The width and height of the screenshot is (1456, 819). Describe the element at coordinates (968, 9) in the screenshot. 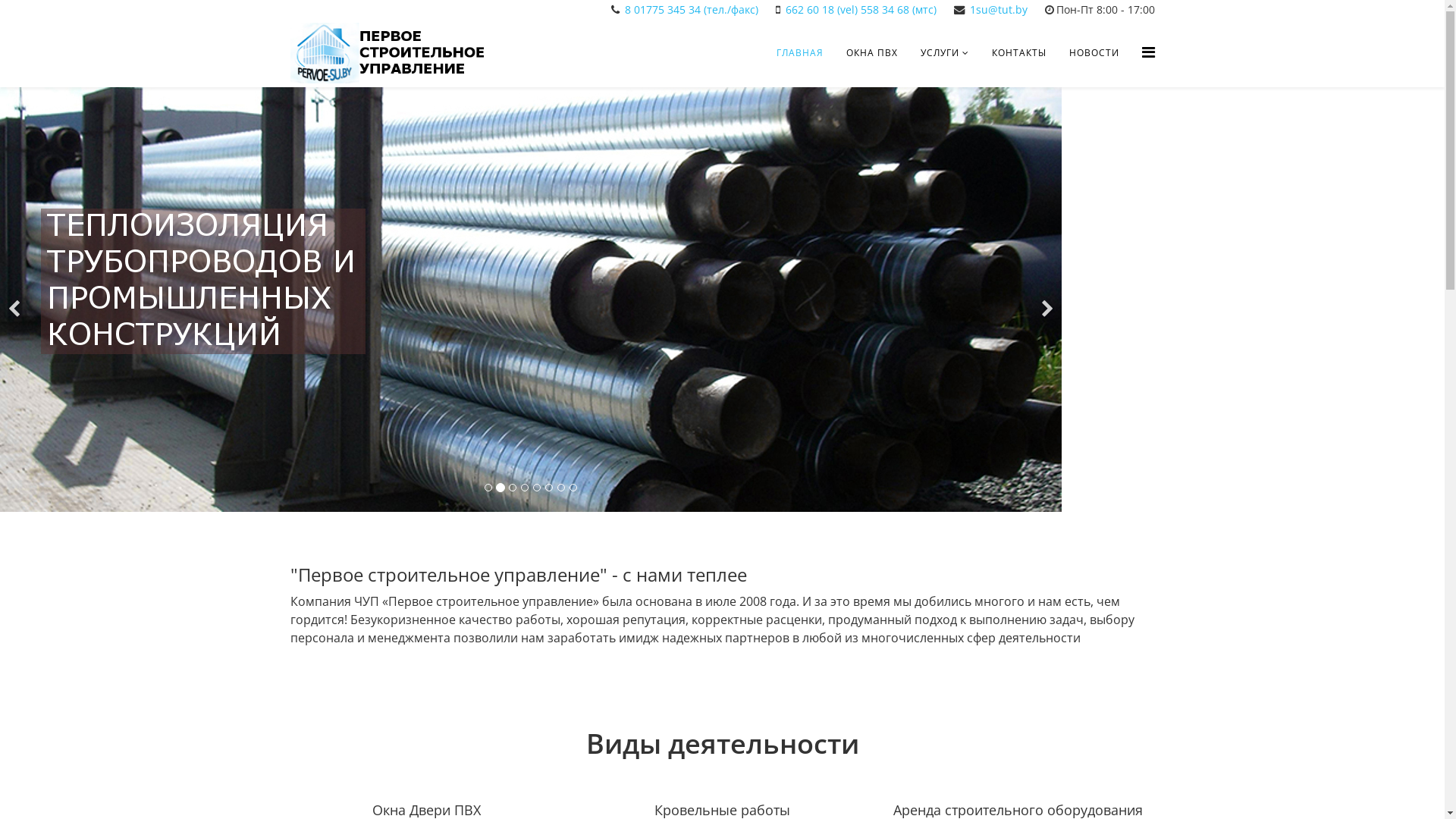

I see `'1su@tut.by'` at that location.